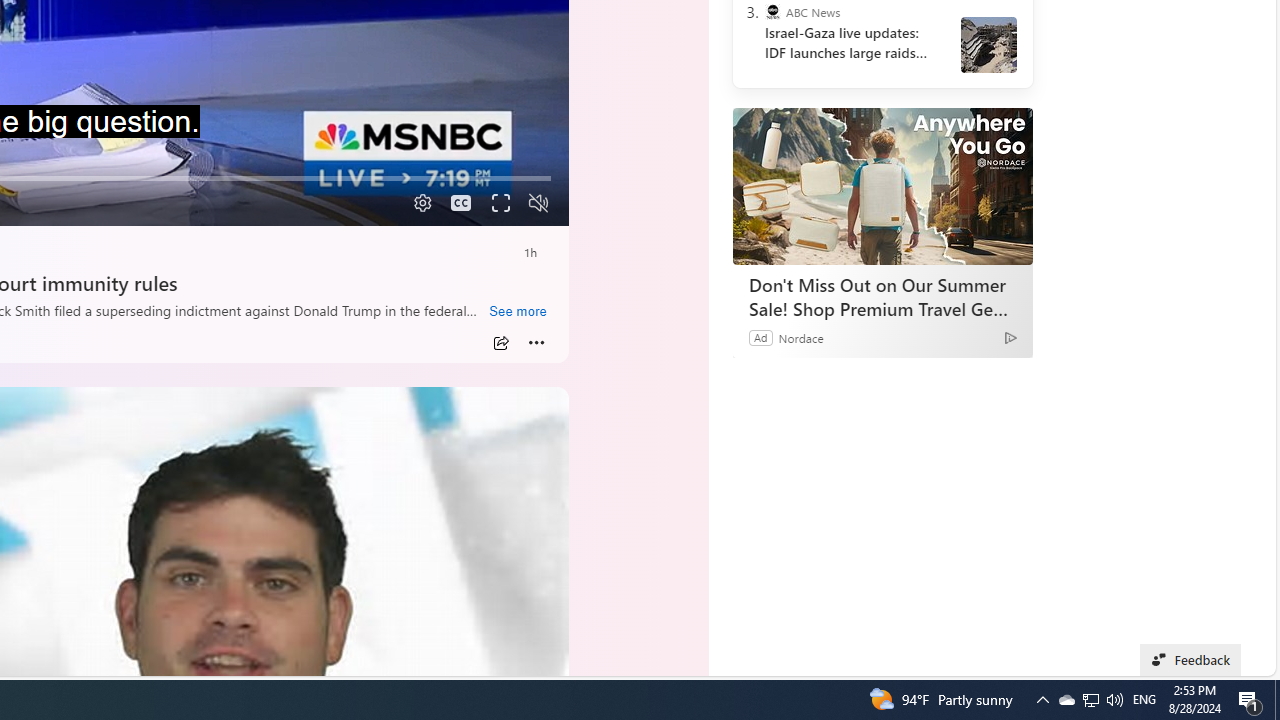  What do you see at coordinates (1191, 659) in the screenshot?
I see `'Feedback'` at bounding box center [1191, 659].